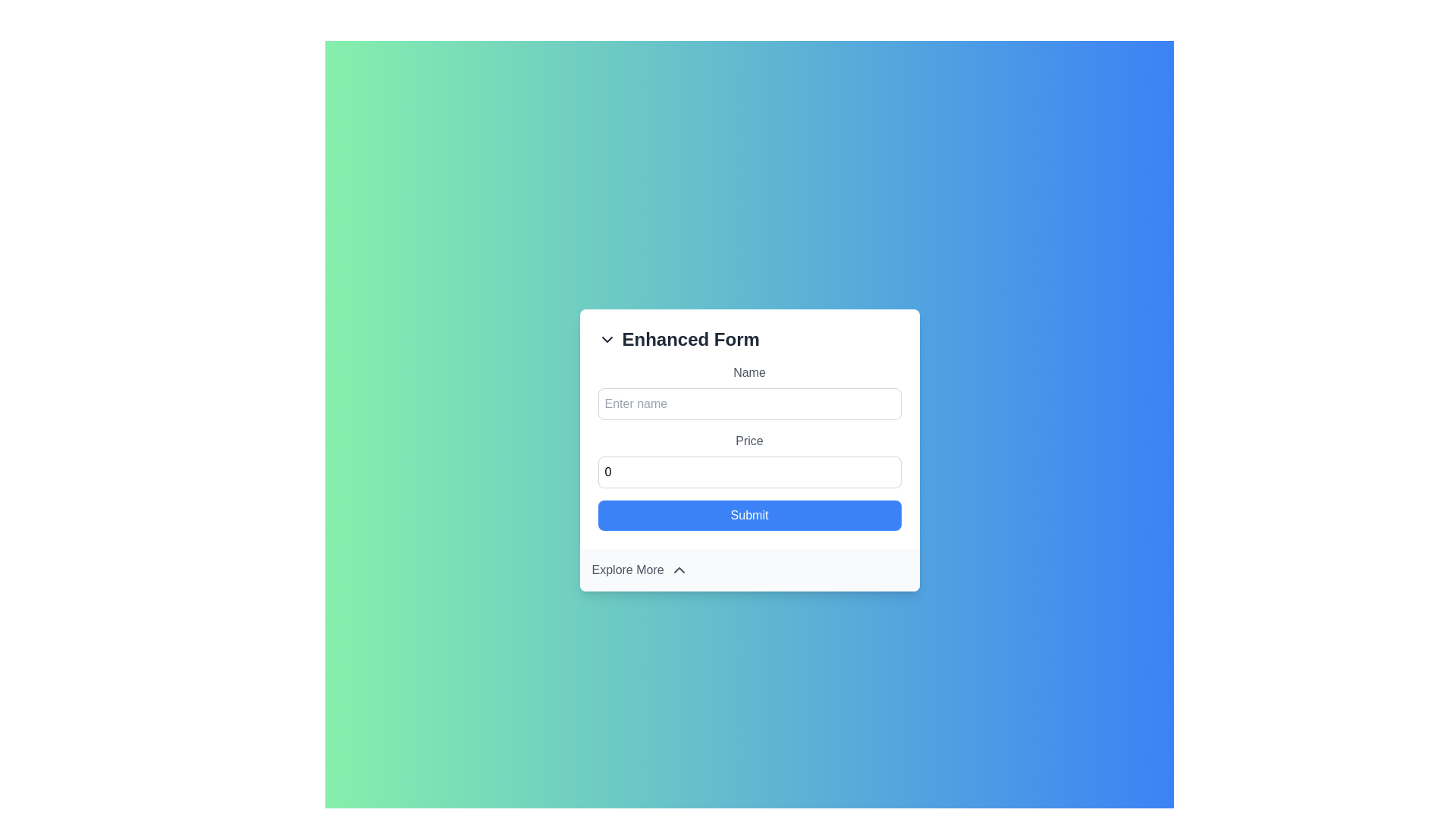  I want to click on the label text element that provides context for the 'Enter name' input field, which is located directly above it in the central form component, so click(749, 373).